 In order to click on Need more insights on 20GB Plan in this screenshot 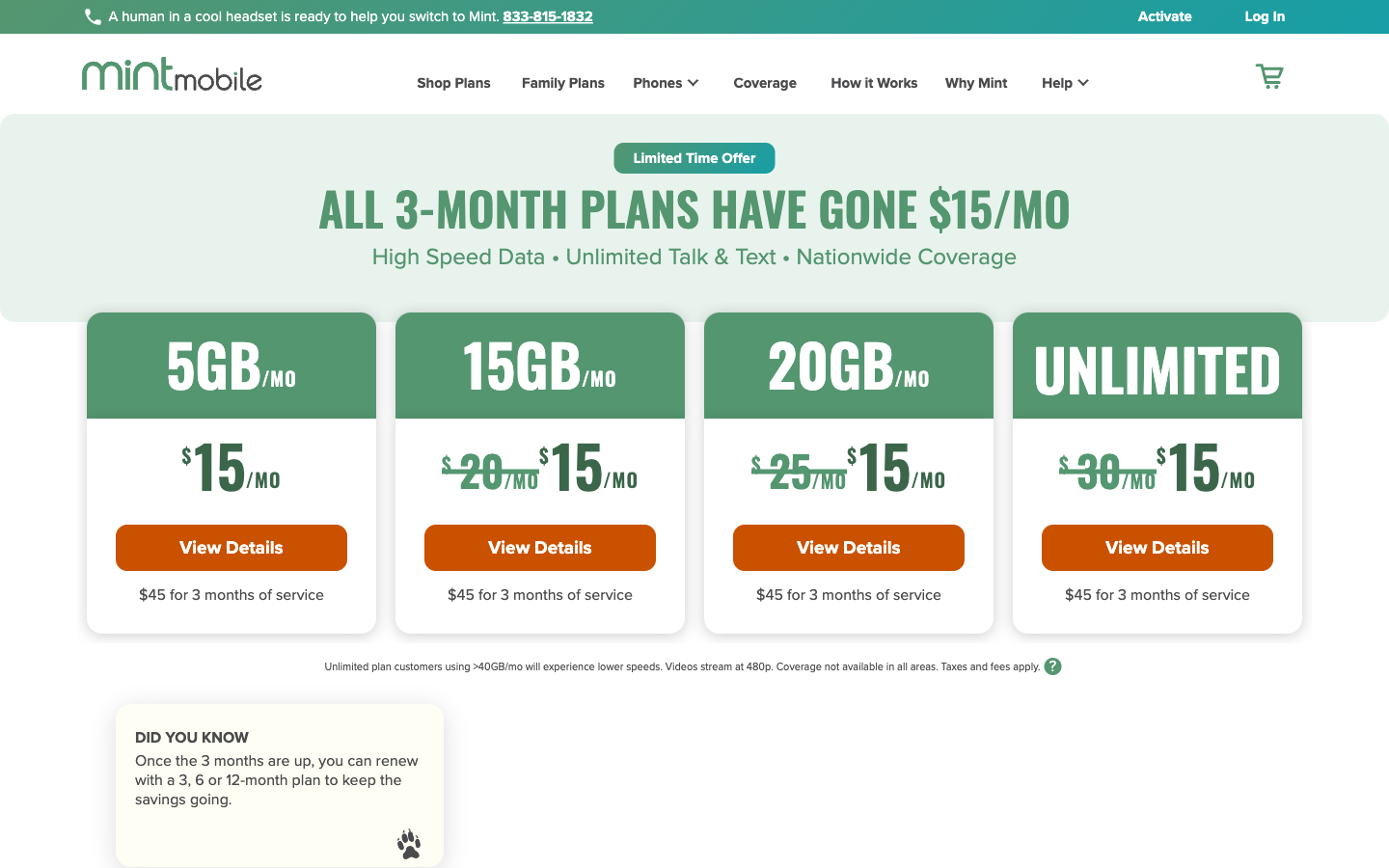, I will do `click(847, 547)`.